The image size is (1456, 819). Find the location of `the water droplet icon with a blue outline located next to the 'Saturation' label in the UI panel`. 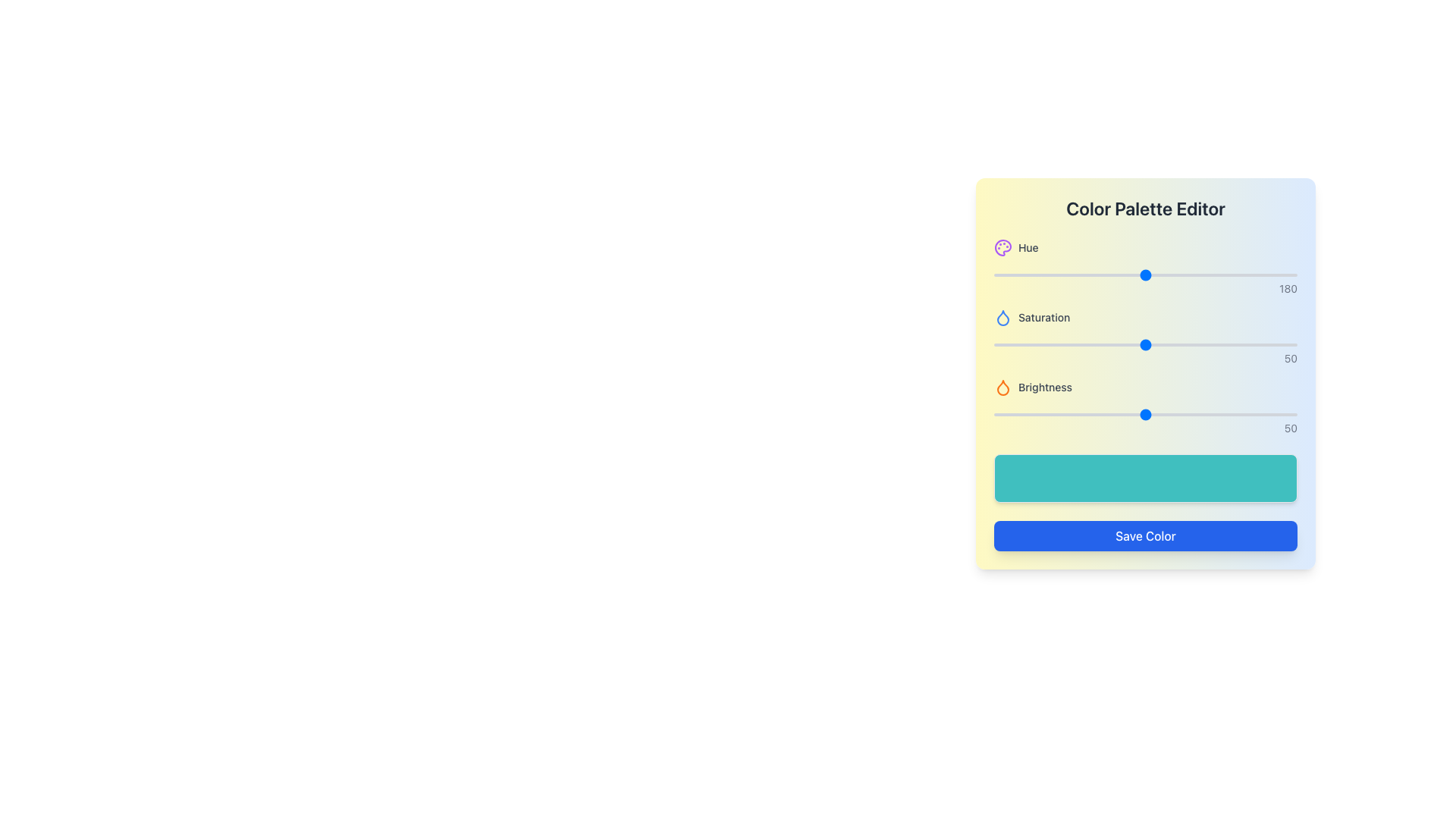

the water droplet icon with a blue outline located next to the 'Saturation' label in the UI panel is located at coordinates (1003, 317).